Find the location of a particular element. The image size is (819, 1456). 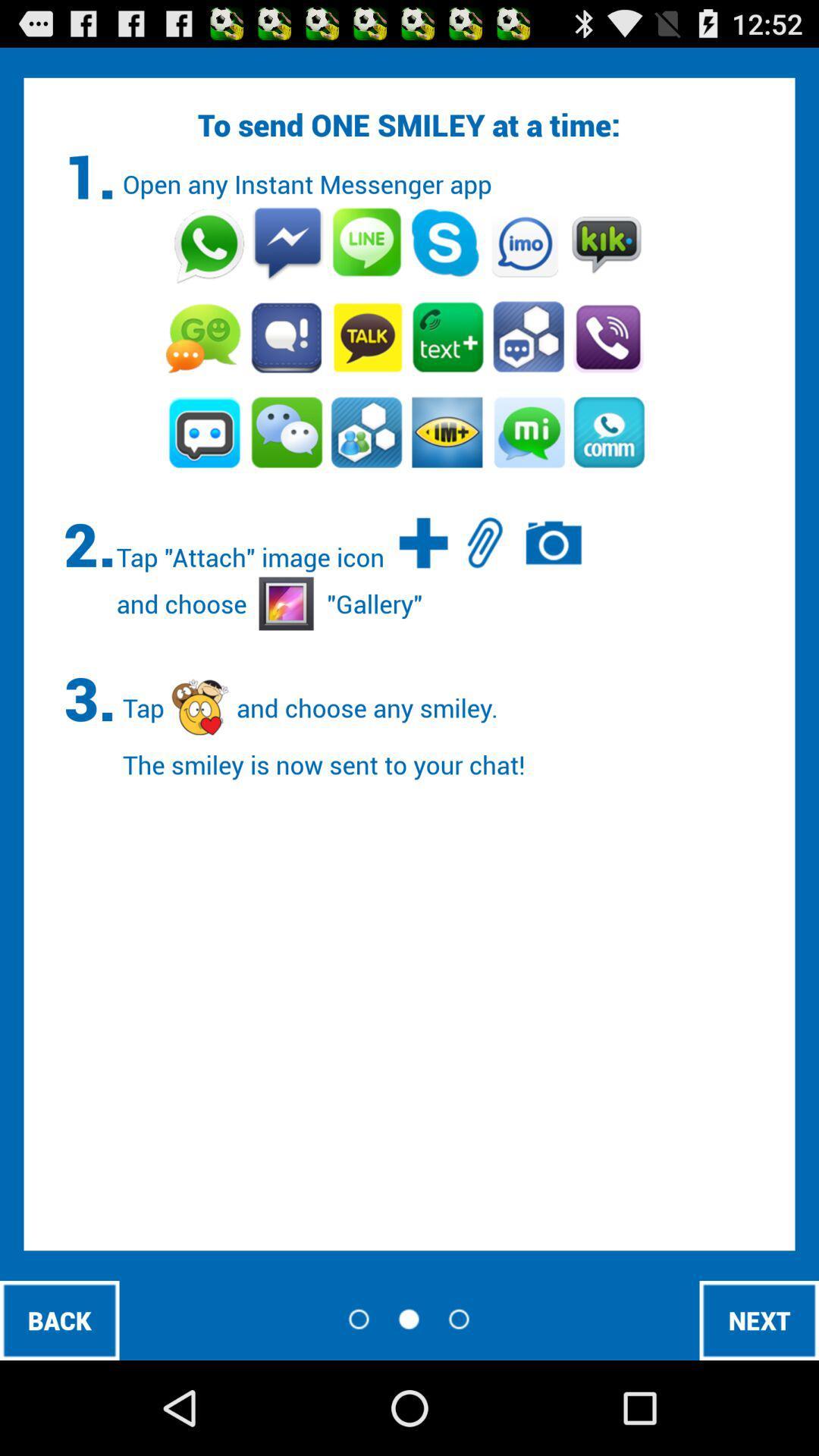

the item below the smiley is icon is located at coordinates (58, 1319).